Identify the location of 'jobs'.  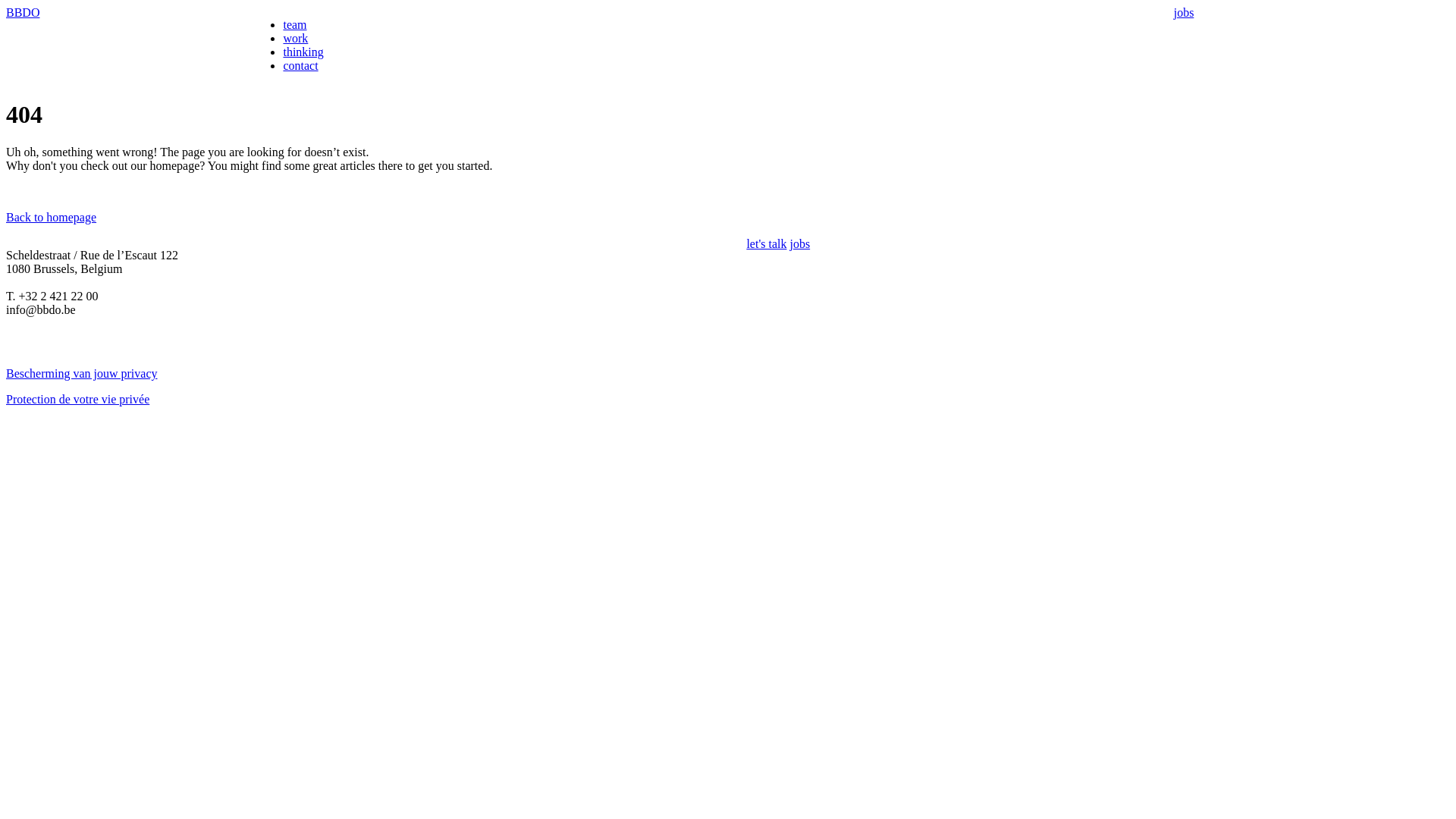
(1183, 12).